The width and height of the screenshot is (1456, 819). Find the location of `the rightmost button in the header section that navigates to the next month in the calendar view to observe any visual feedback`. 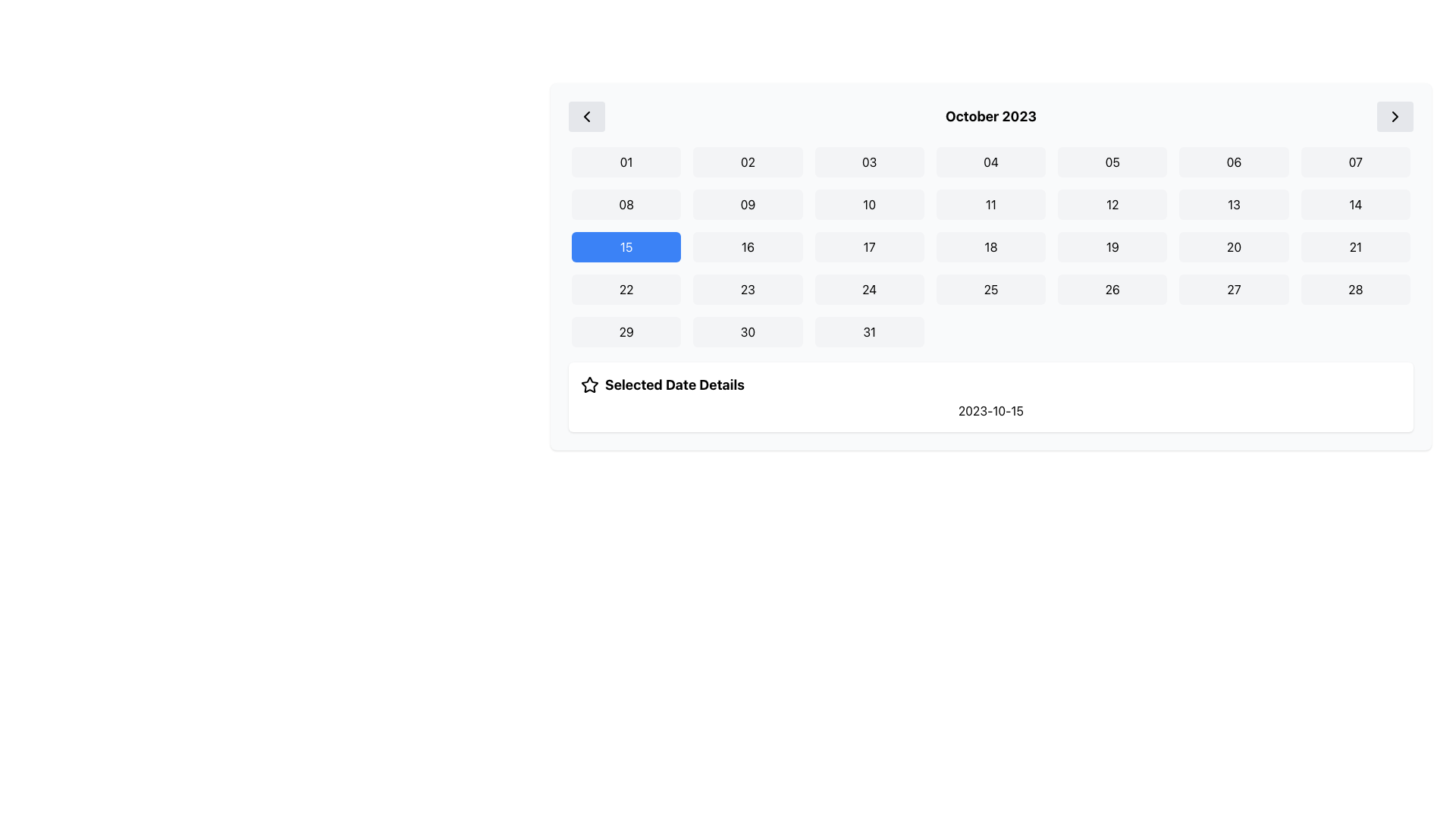

the rightmost button in the header section that navigates to the next month in the calendar view to observe any visual feedback is located at coordinates (1395, 116).